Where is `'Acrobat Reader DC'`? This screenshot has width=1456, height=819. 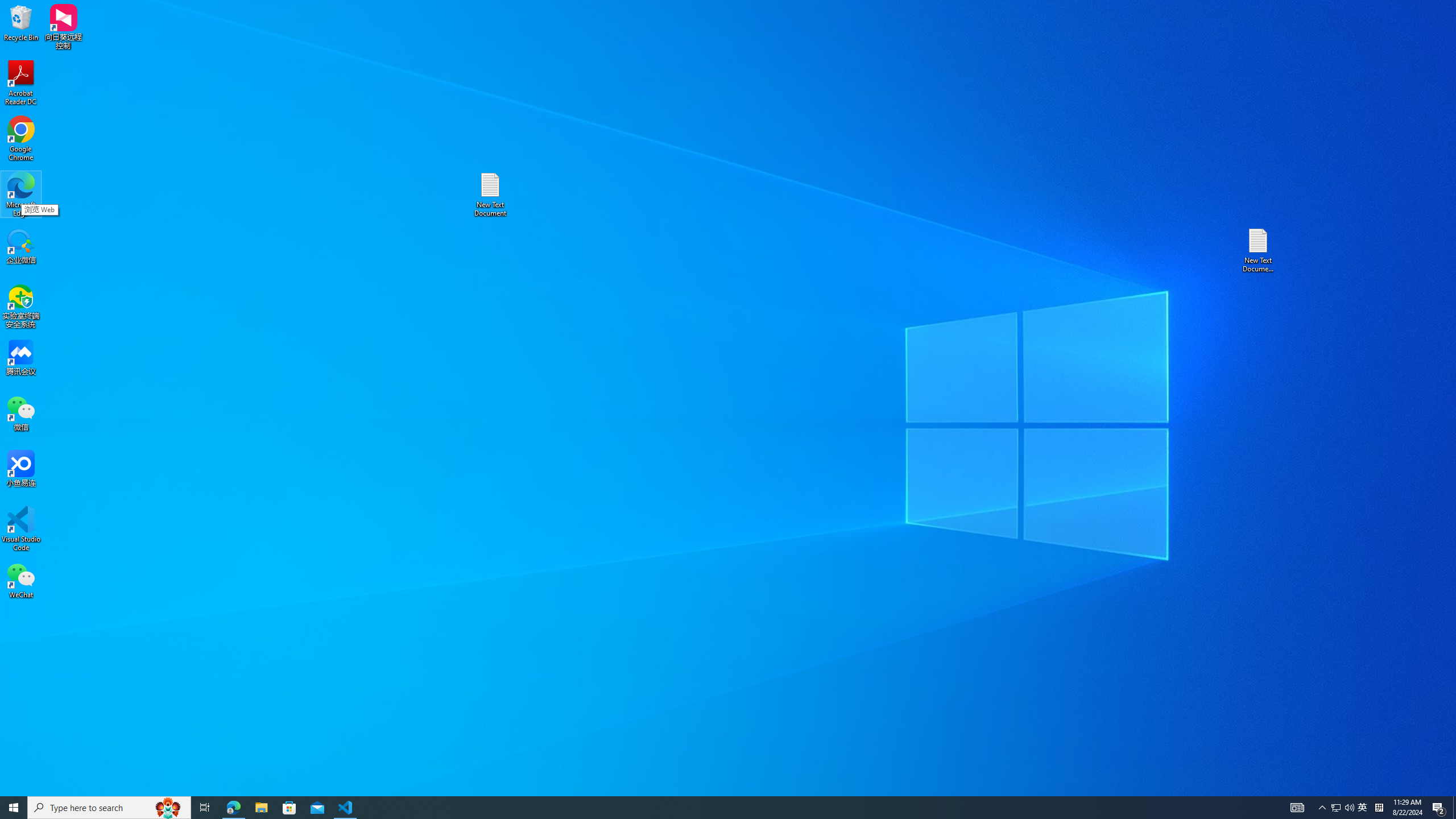
'Acrobat Reader DC' is located at coordinates (20, 82).